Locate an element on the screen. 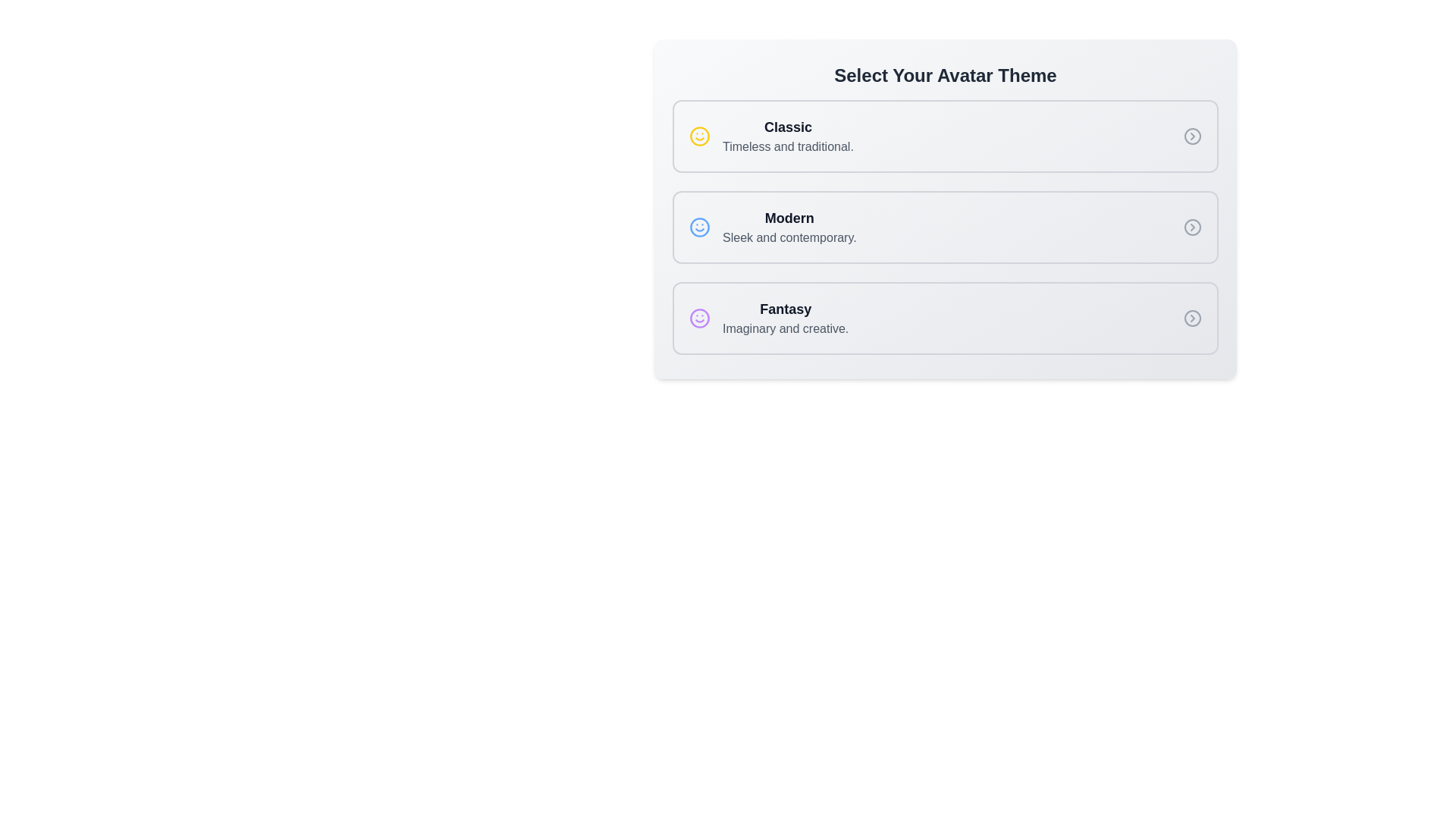  to select the 'Classic' avatar theme from the first selectable list item, which features bold dark gray text 'Classic' and a description 'Timeless and traditional.' in lighter gray is located at coordinates (788, 136).